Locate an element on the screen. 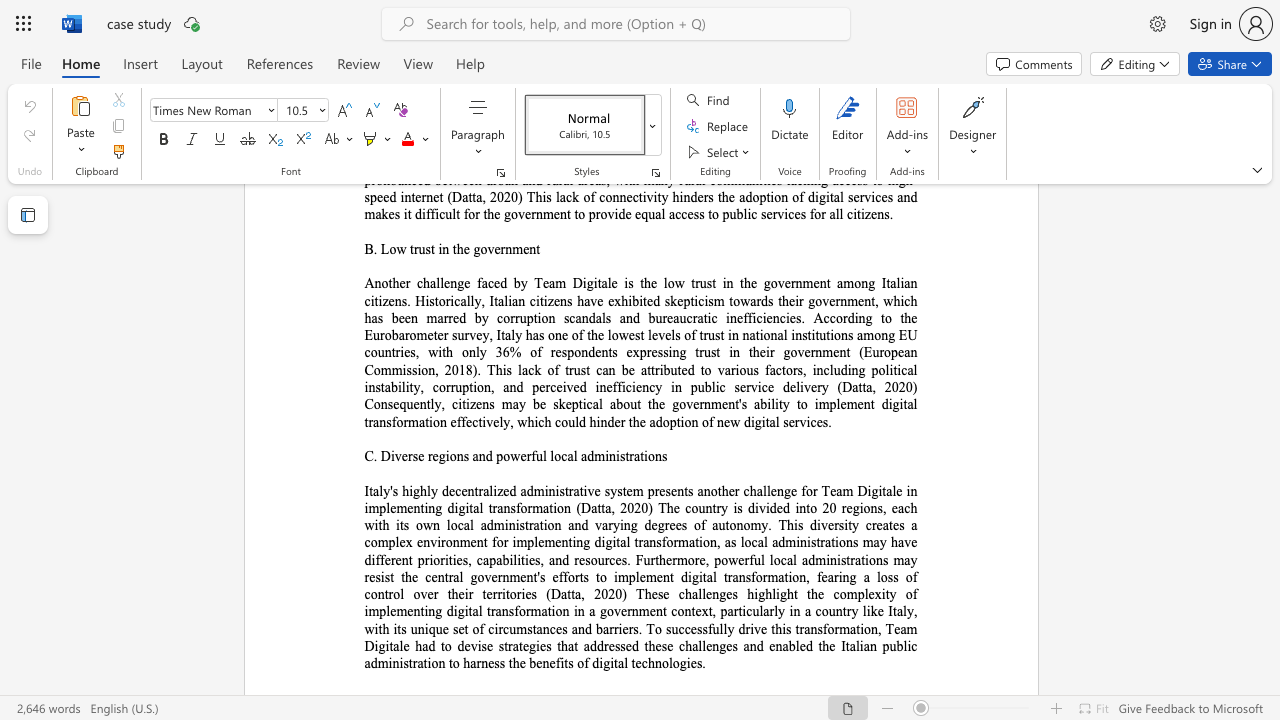 The height and width of the screenshot is (720, 1280). the 4th character "e" in the text is located at coordinates (523, 456).